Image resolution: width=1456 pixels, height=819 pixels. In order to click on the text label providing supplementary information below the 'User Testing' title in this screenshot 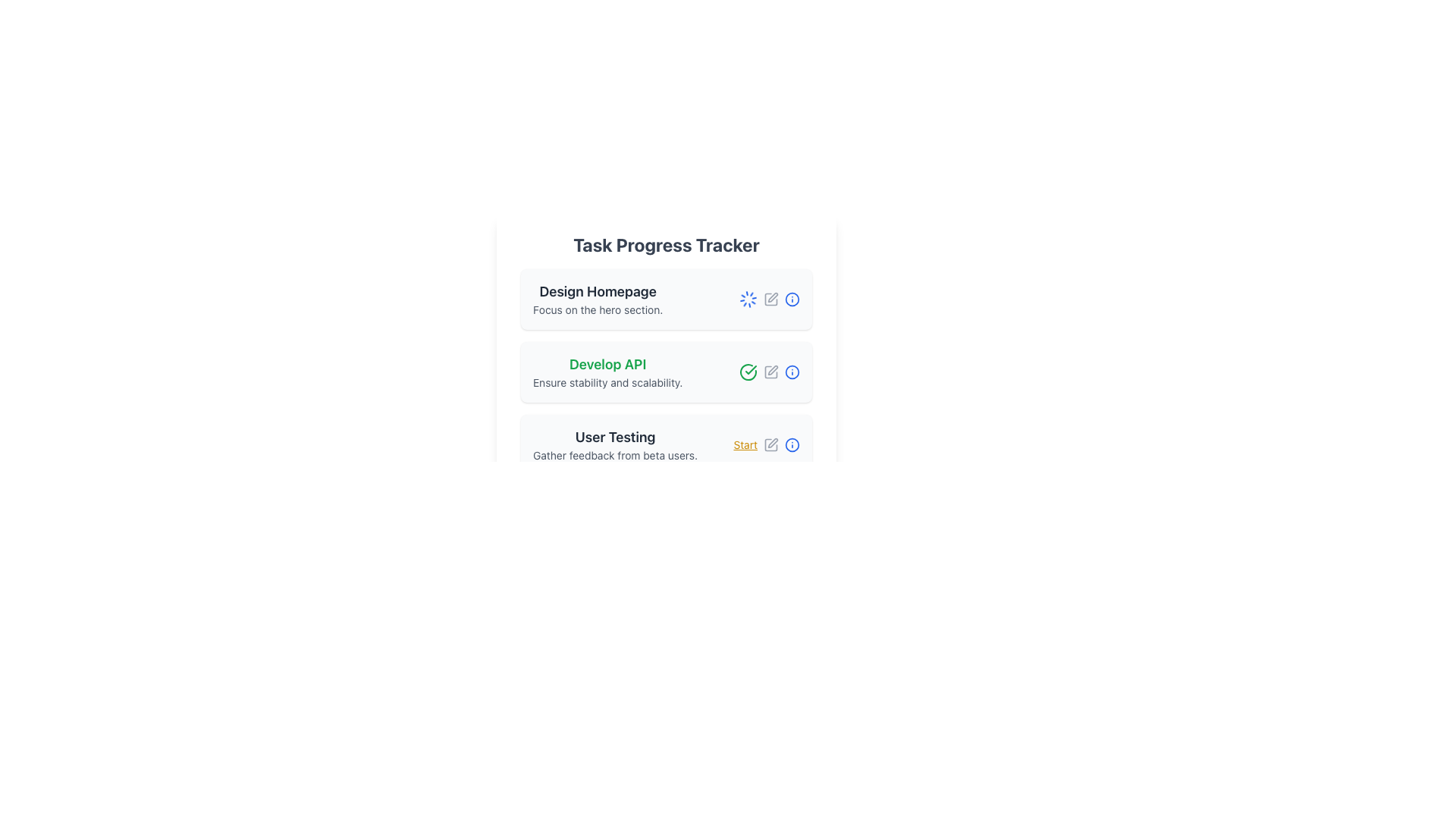, I will do `click(615, 455)`.